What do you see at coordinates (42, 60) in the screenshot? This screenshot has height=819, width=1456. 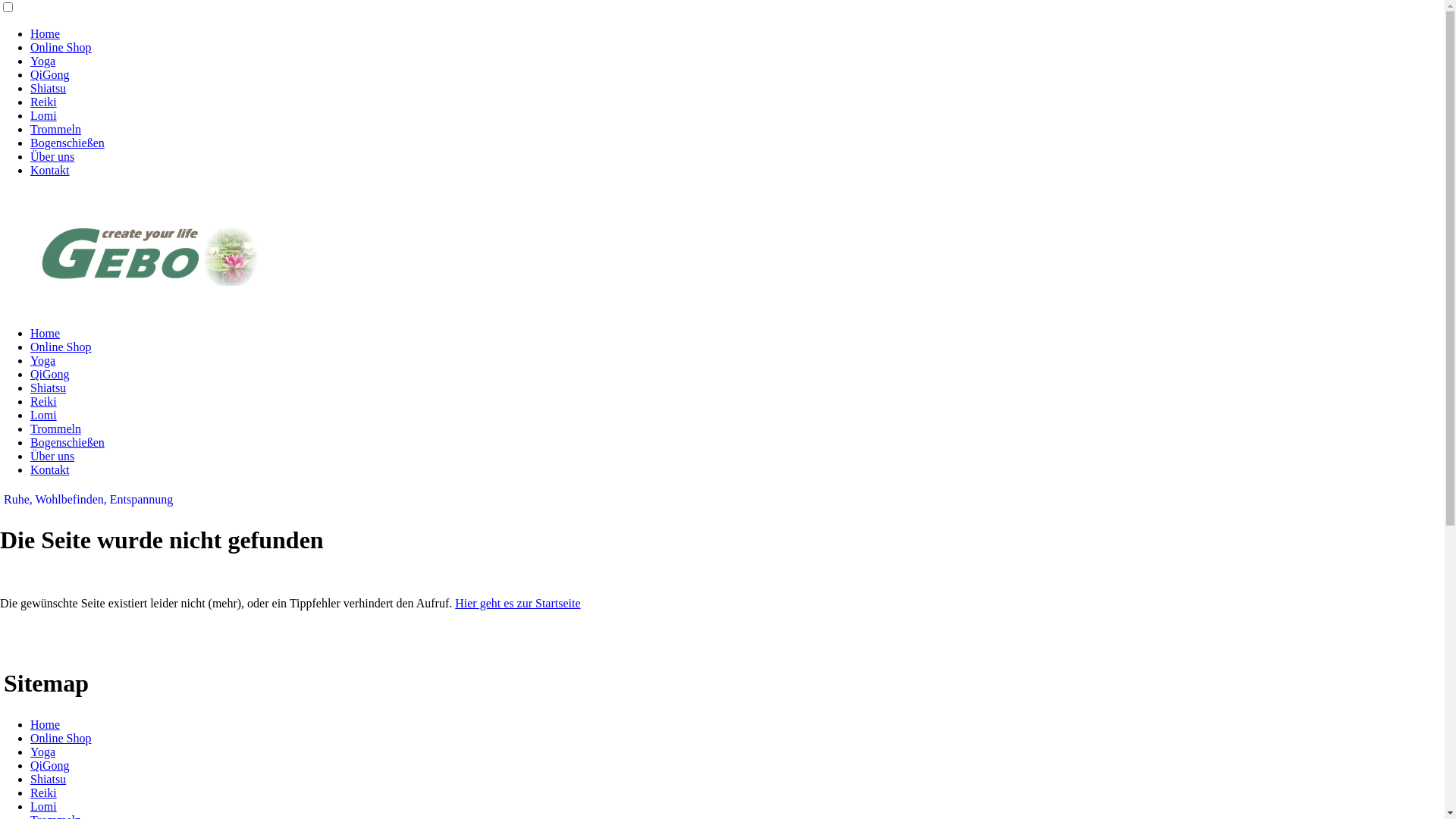 I see `'Yoga'` at bounding box center [42, 60].